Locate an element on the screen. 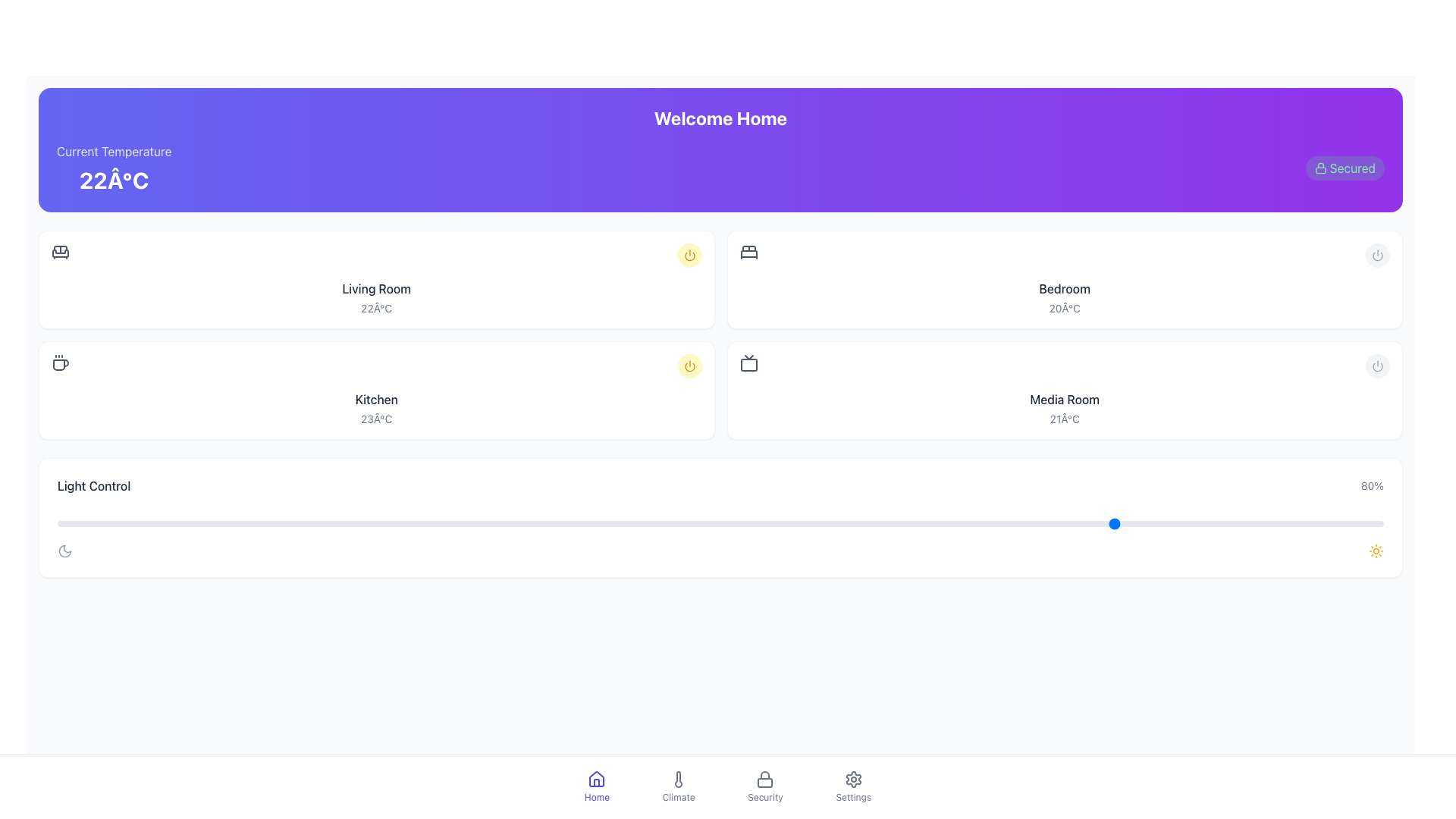 The height and width of the screenshot is (819, 1456). the icon located at the top-left corner of the 'Bedroom' card in the grid layout, which provides a visual indication of its relation to 'Bedroom' is located at coordinates (748, 251).